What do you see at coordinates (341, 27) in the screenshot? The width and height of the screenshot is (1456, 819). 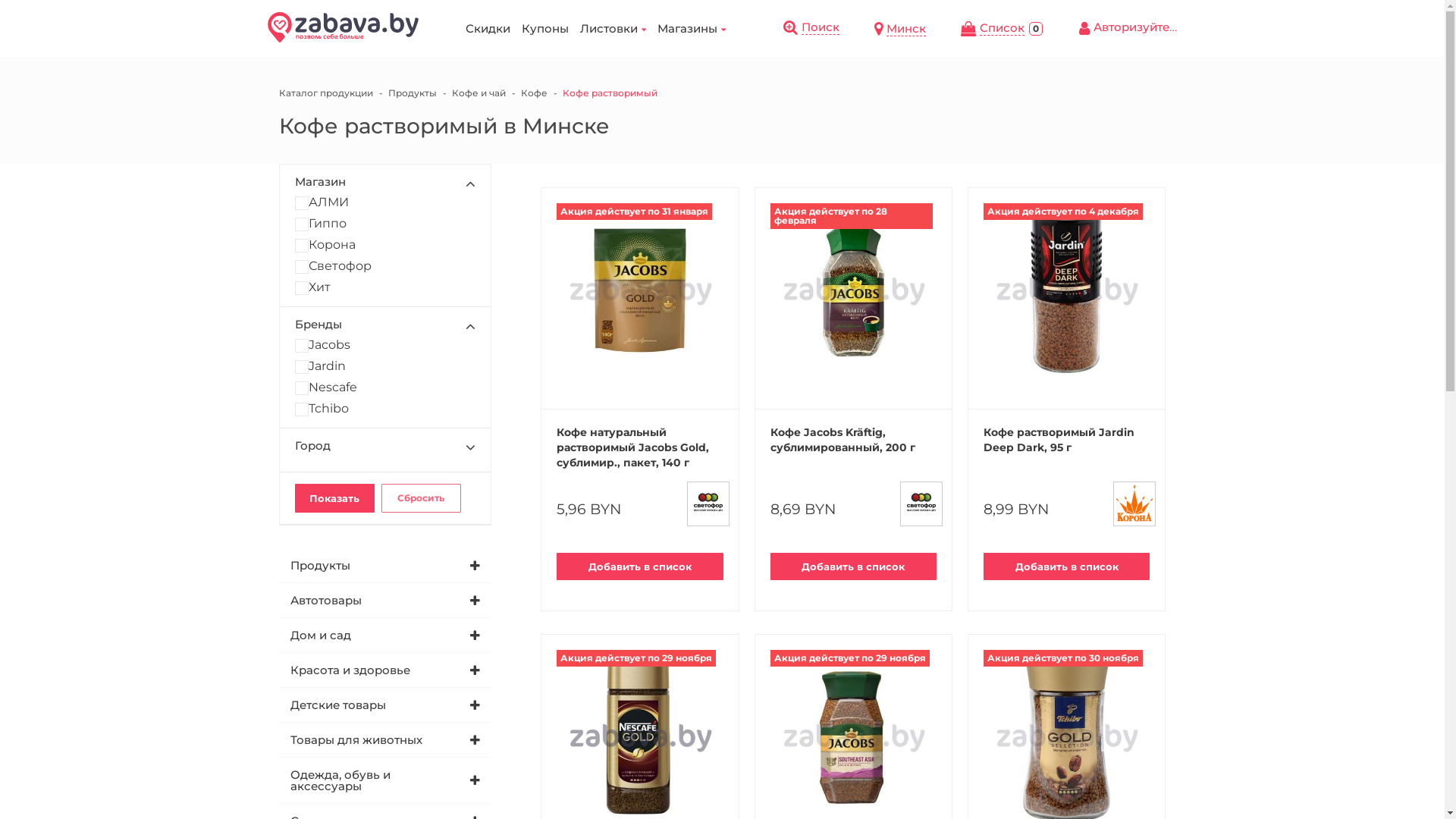 I see `'Zabava.by'` at bounding box center [341, 27].